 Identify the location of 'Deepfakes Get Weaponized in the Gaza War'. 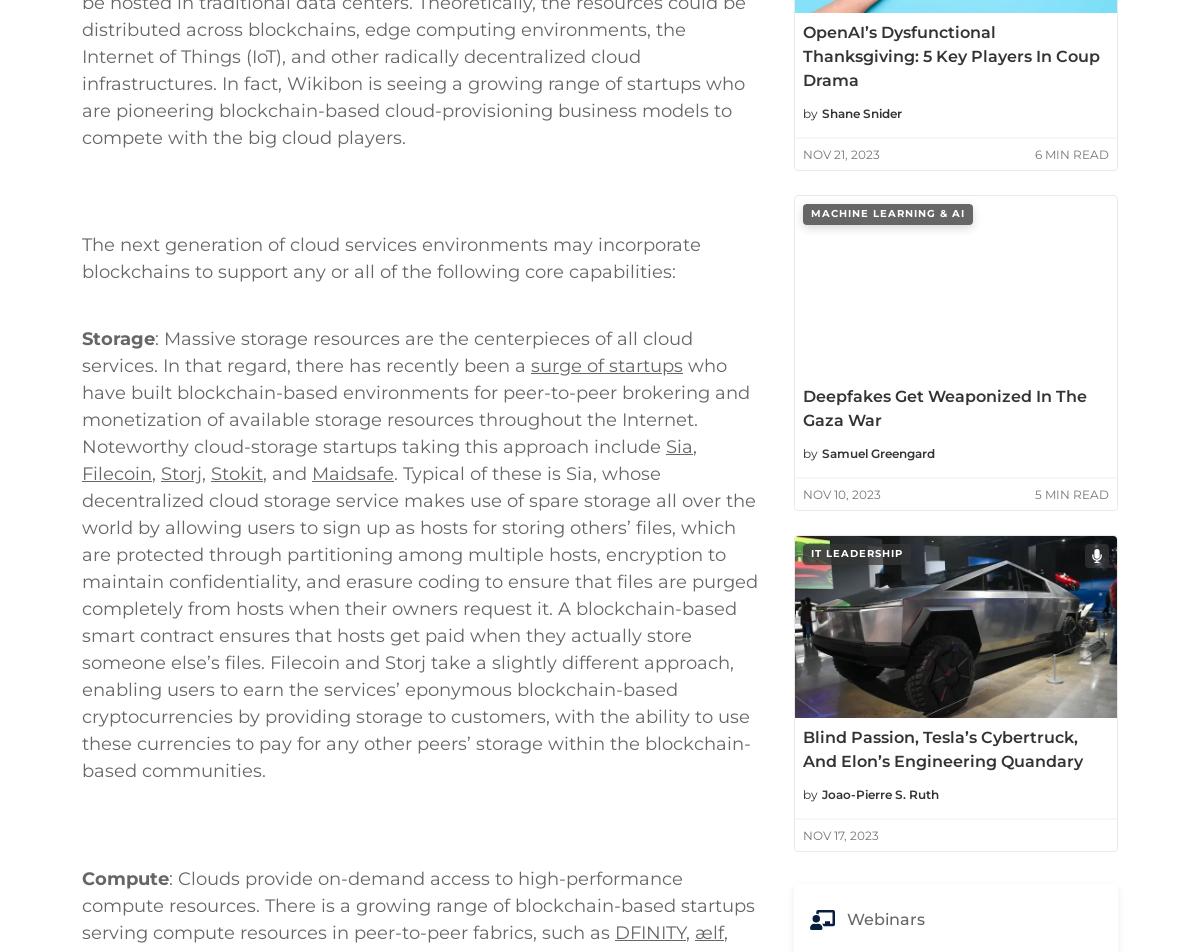
(945, 408).